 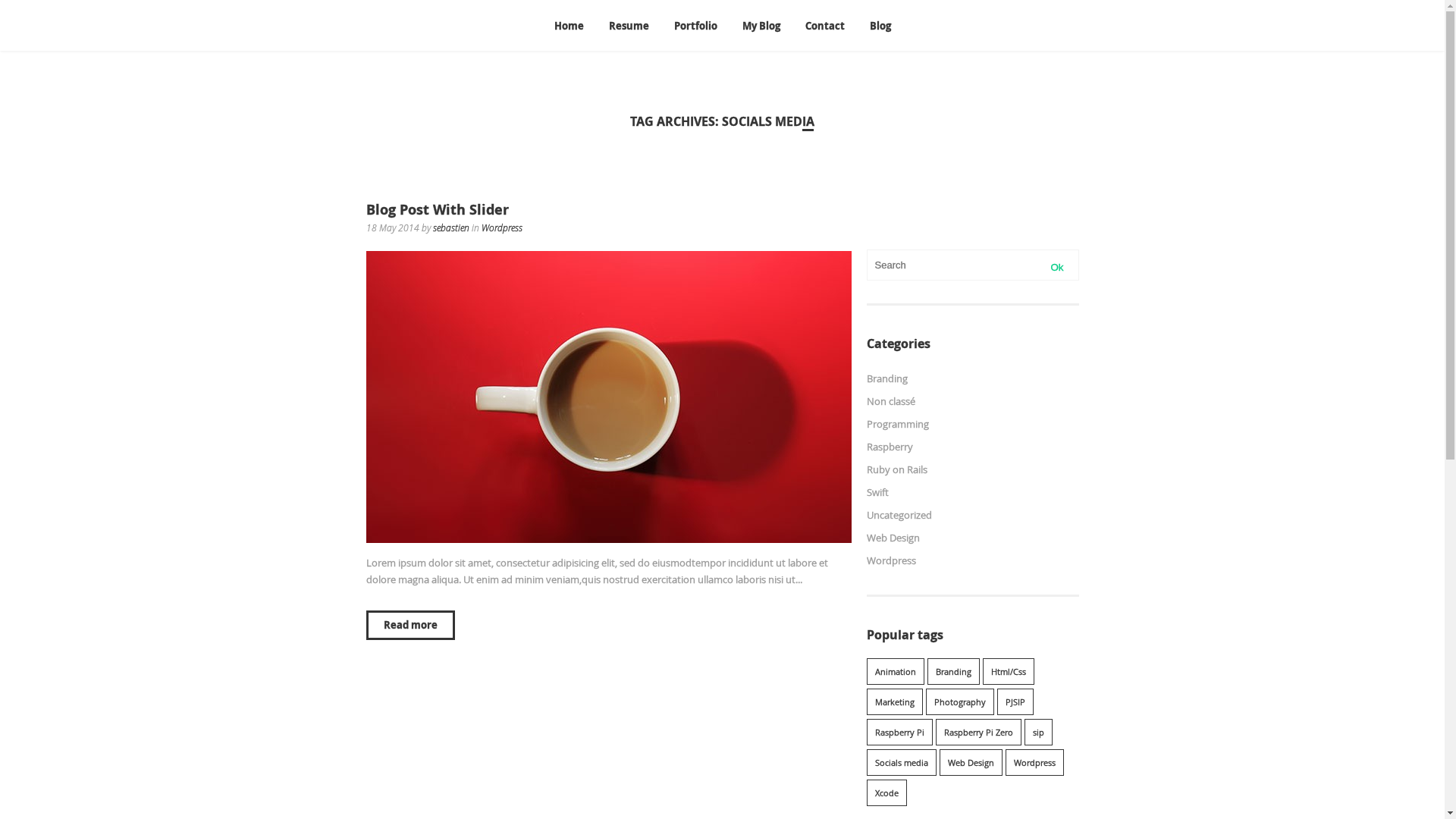 What do you see at coordinates (858, 26) in the screenshot?
I see `'Blog'` at bounding box center [858, 26].